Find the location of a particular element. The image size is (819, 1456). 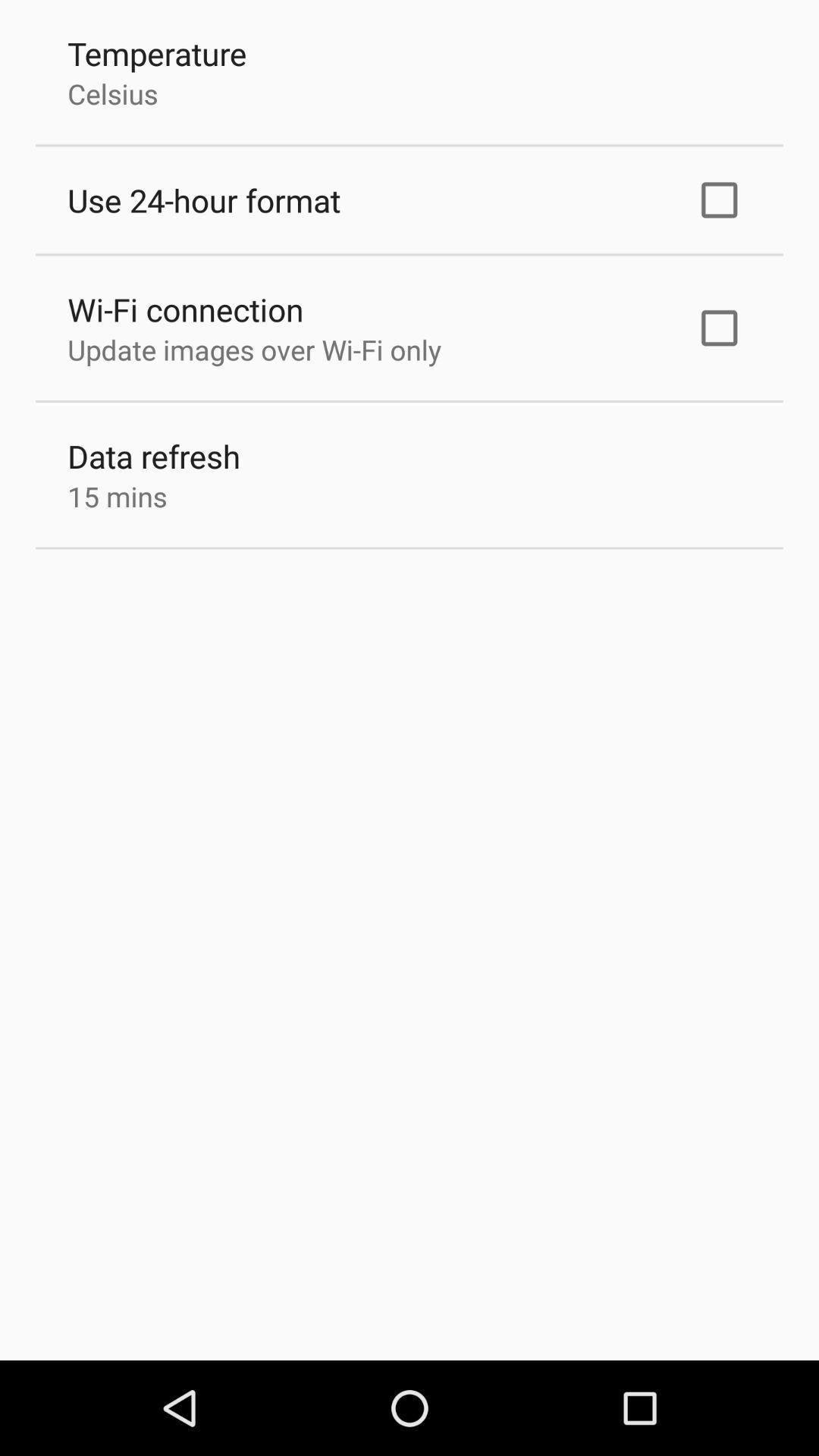

the use 24 hour icon is located at coordinates (203, 199).